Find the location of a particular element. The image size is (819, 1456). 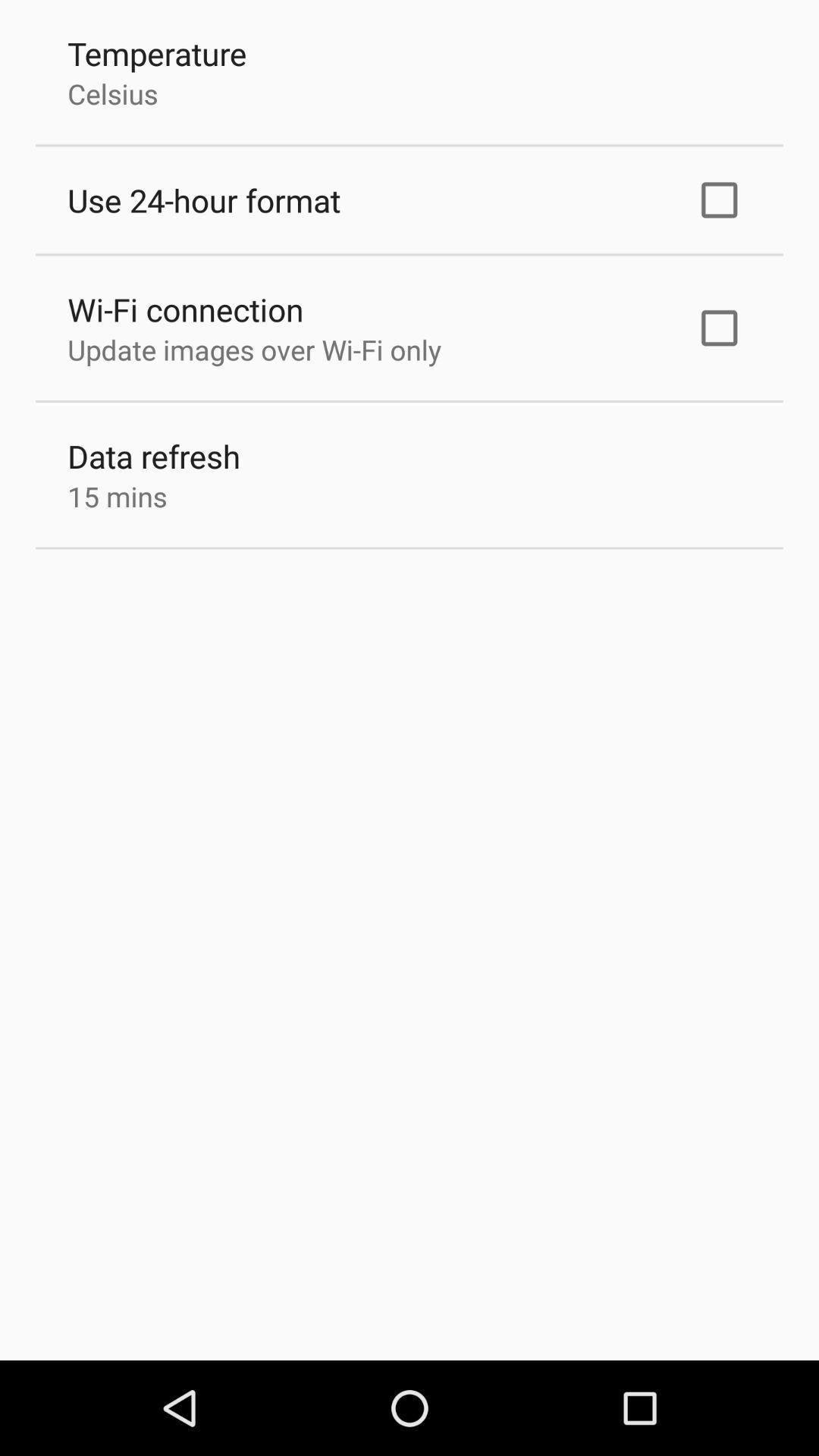

the use 24 hour icon is located at coordinates (203, 199).